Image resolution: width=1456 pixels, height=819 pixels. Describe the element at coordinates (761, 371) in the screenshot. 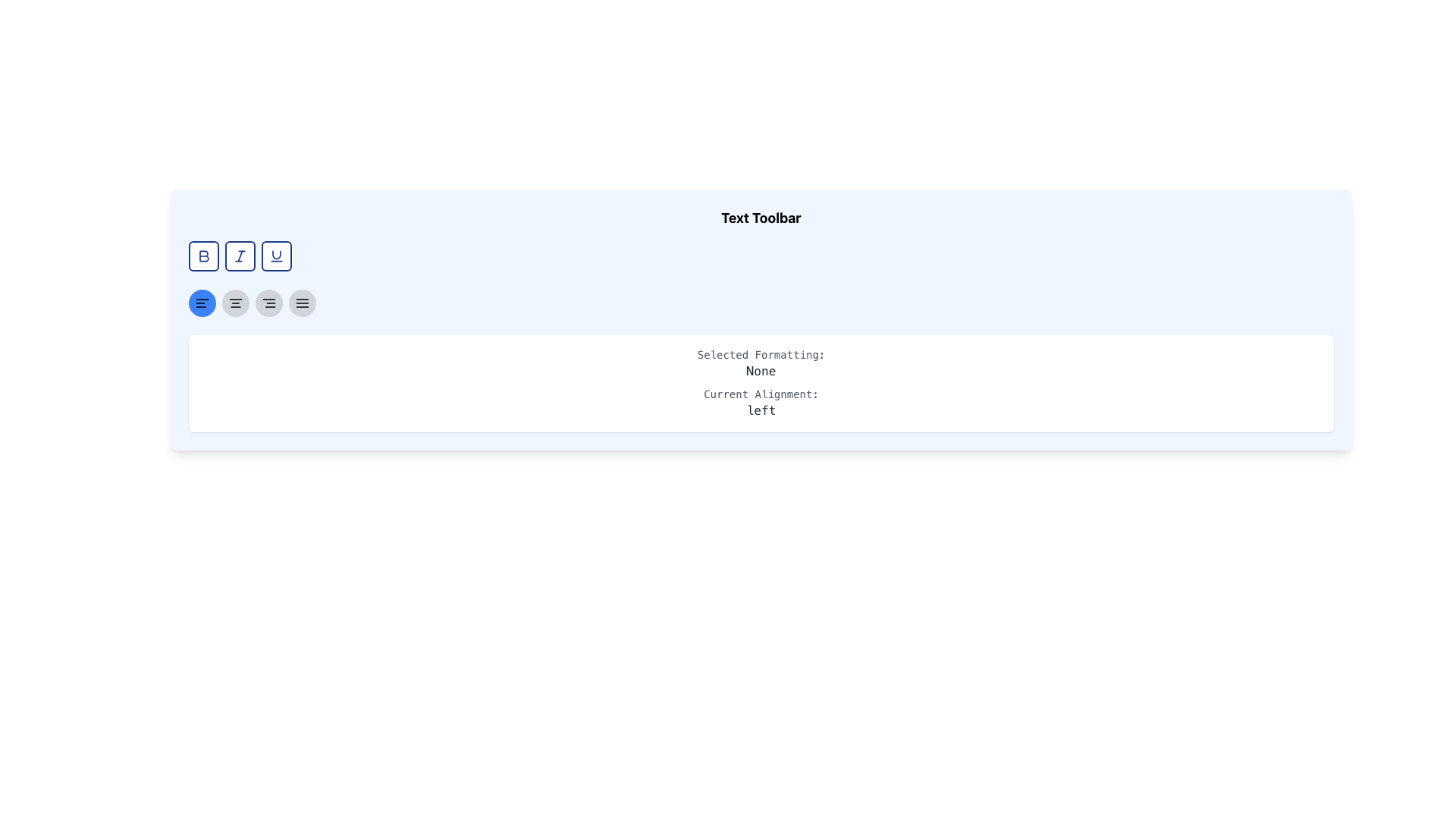

I see `the text label displaying 'None', which is styled in dark gray and positioned between 'Selected Formatting:' and 'Current Alignment:' labels in the Text Toolbar section` at that location.